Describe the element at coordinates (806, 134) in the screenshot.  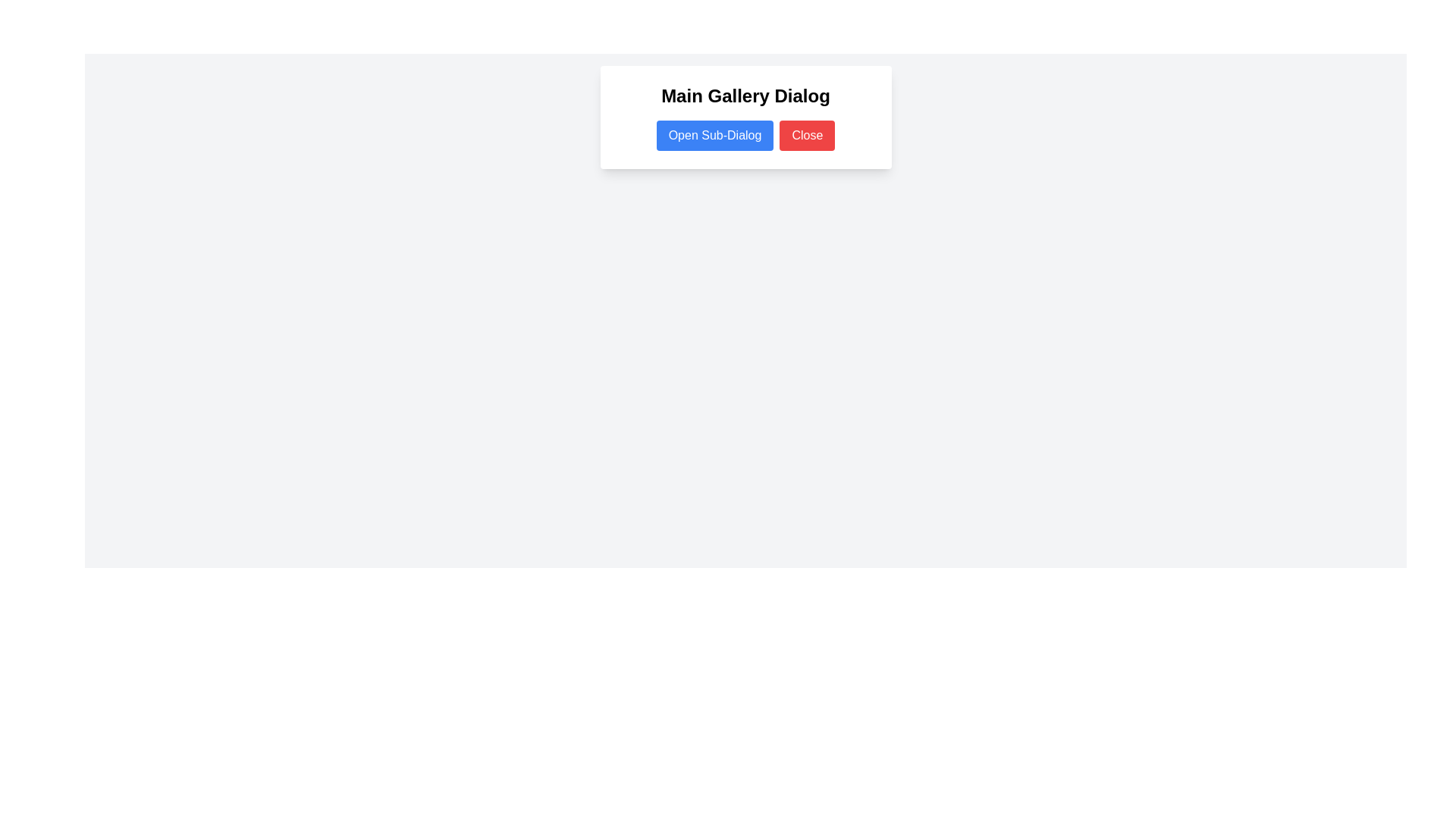
I see `the rectangular button with rounded corners, a red background, and white text displaying 'Close'` at that location.